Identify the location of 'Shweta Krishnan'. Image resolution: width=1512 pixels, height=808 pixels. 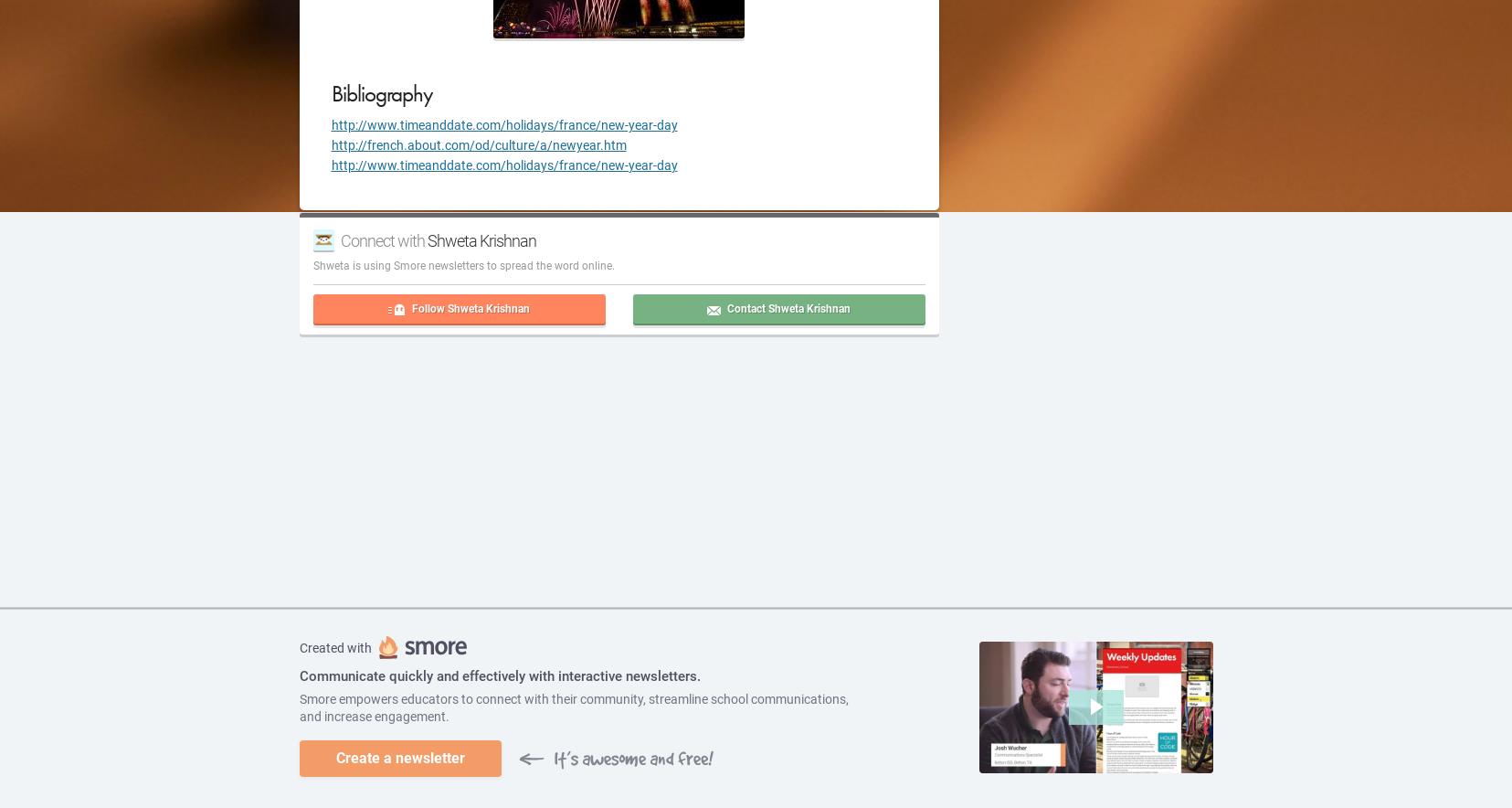
(481, 239).